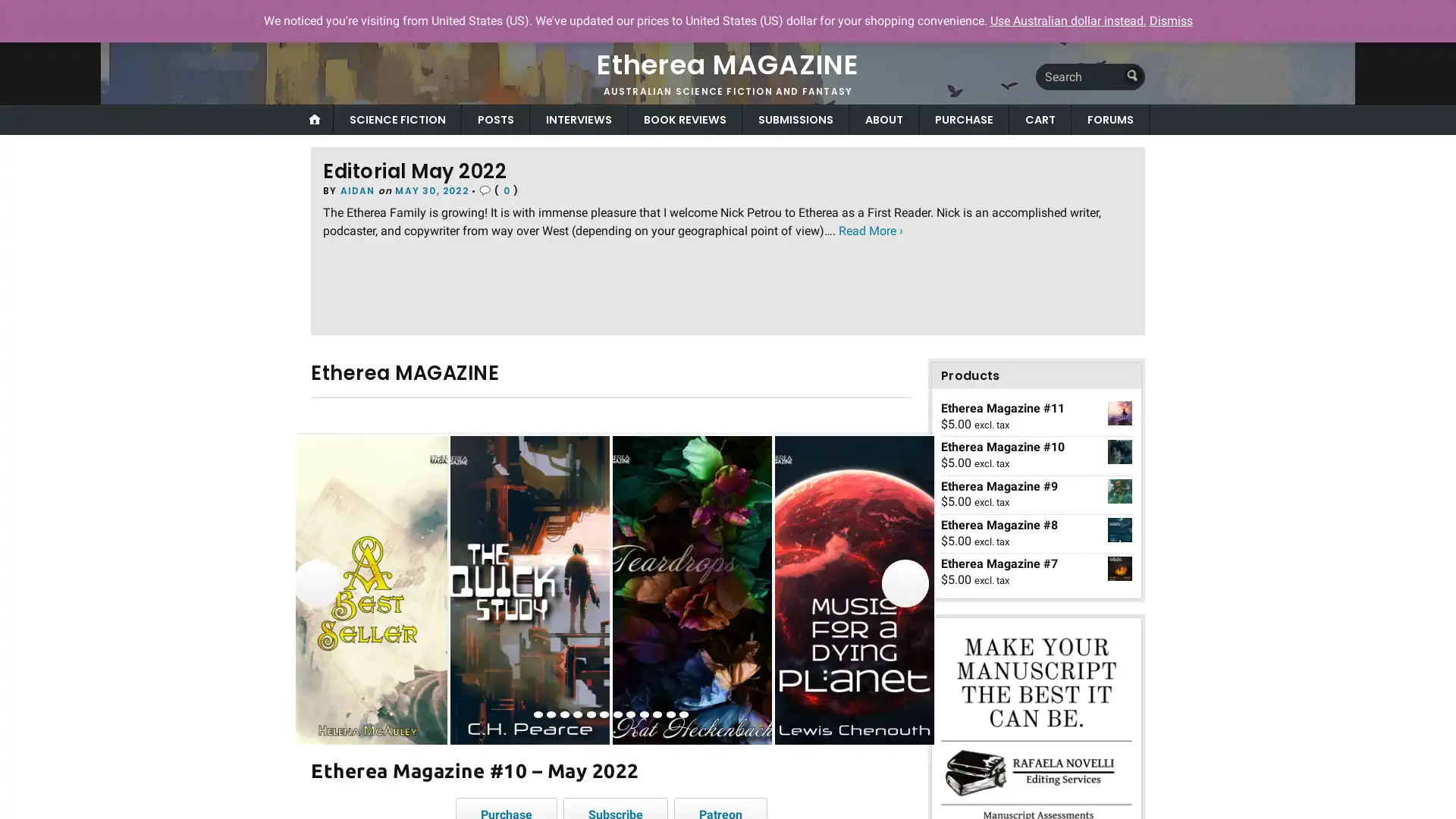  Describe the element at coordinates (589, 714) in the screenshot. I see `view image 5 of 12 in carousel` at that location.